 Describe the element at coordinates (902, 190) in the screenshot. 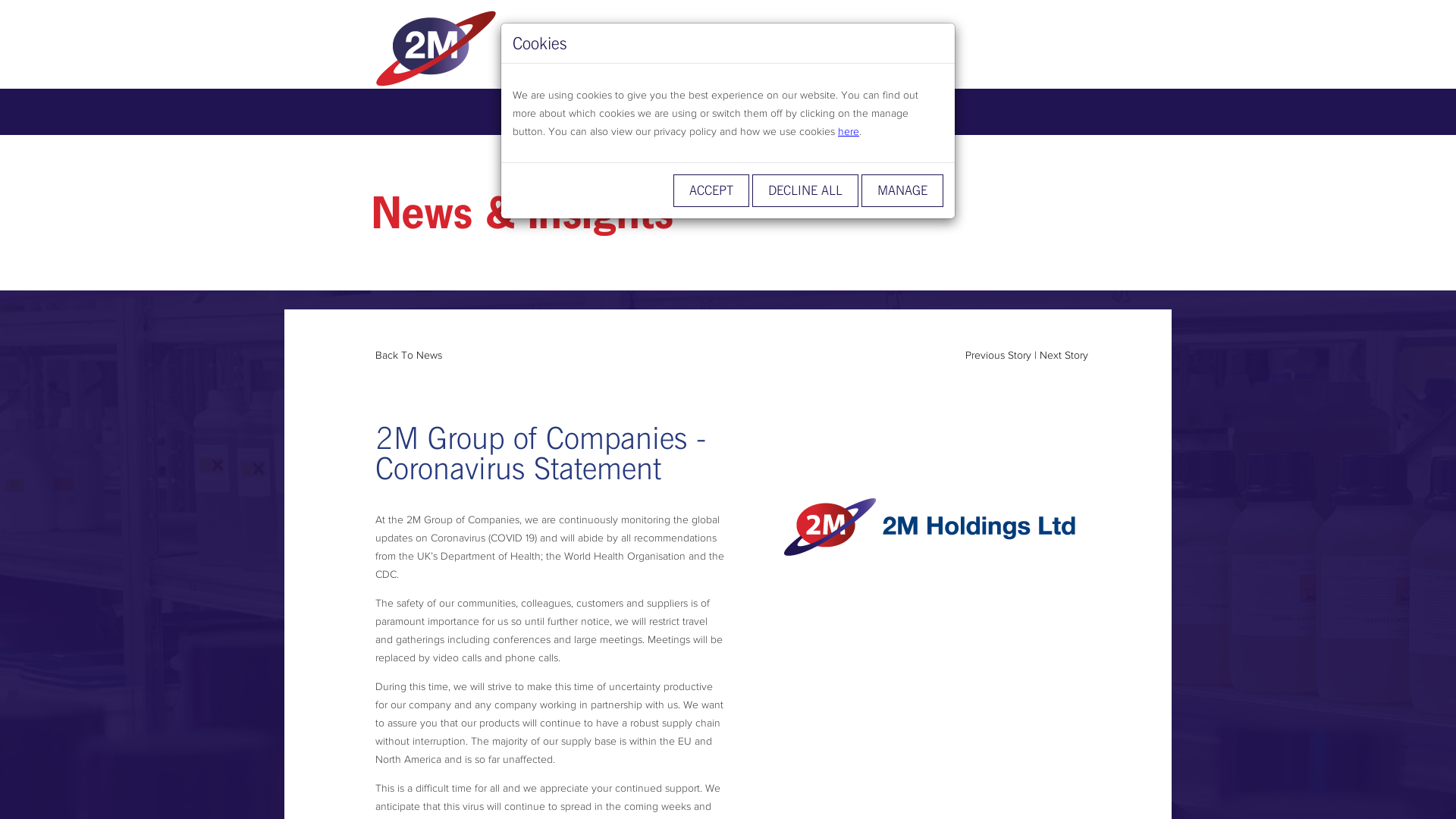

I see `'MANAGE'` at that location.